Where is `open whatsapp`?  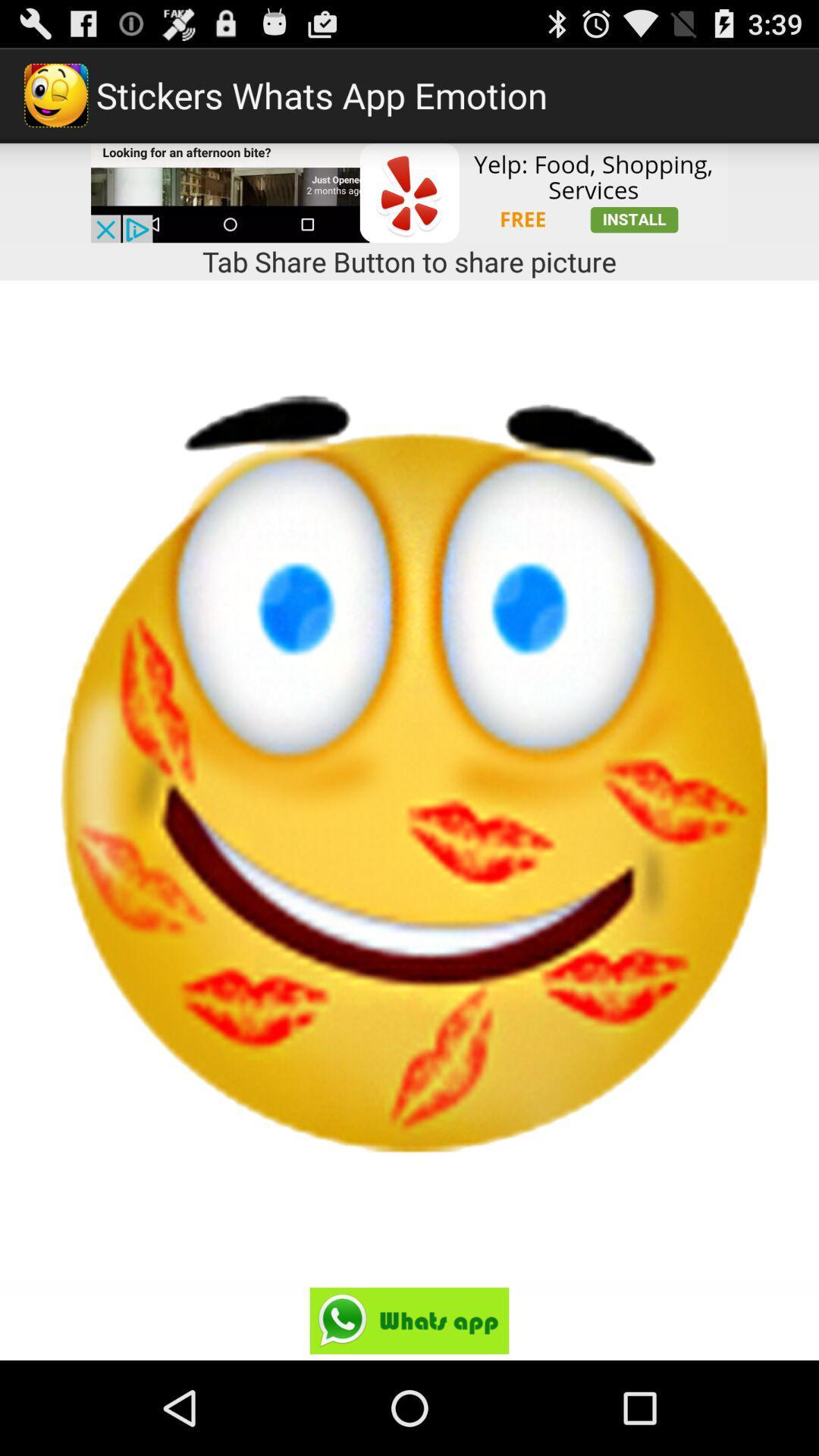
open whatsapp is located at coordinates (409, 1319).